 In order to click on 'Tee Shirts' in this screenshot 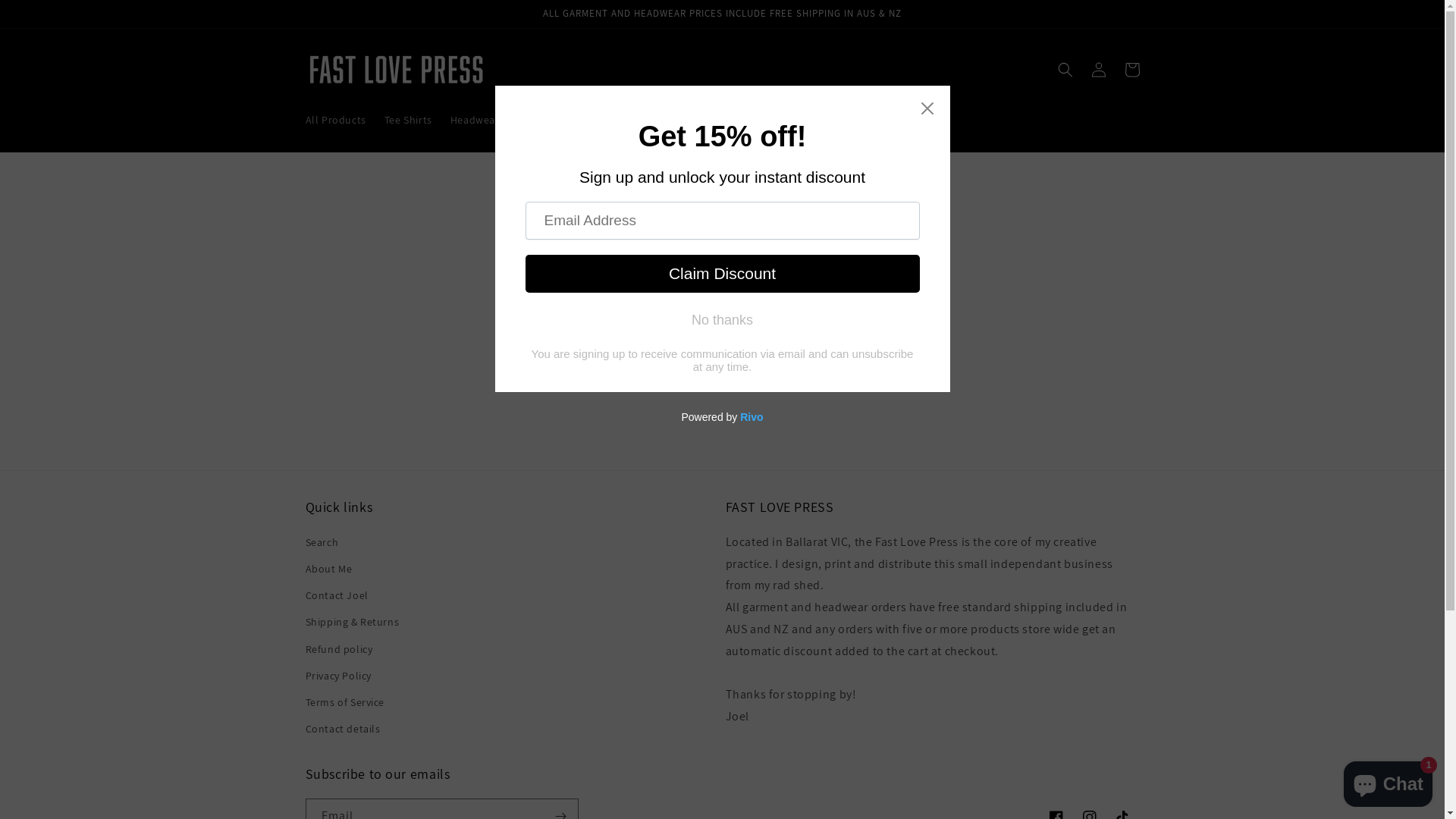, I will do `click(408, 119)`.